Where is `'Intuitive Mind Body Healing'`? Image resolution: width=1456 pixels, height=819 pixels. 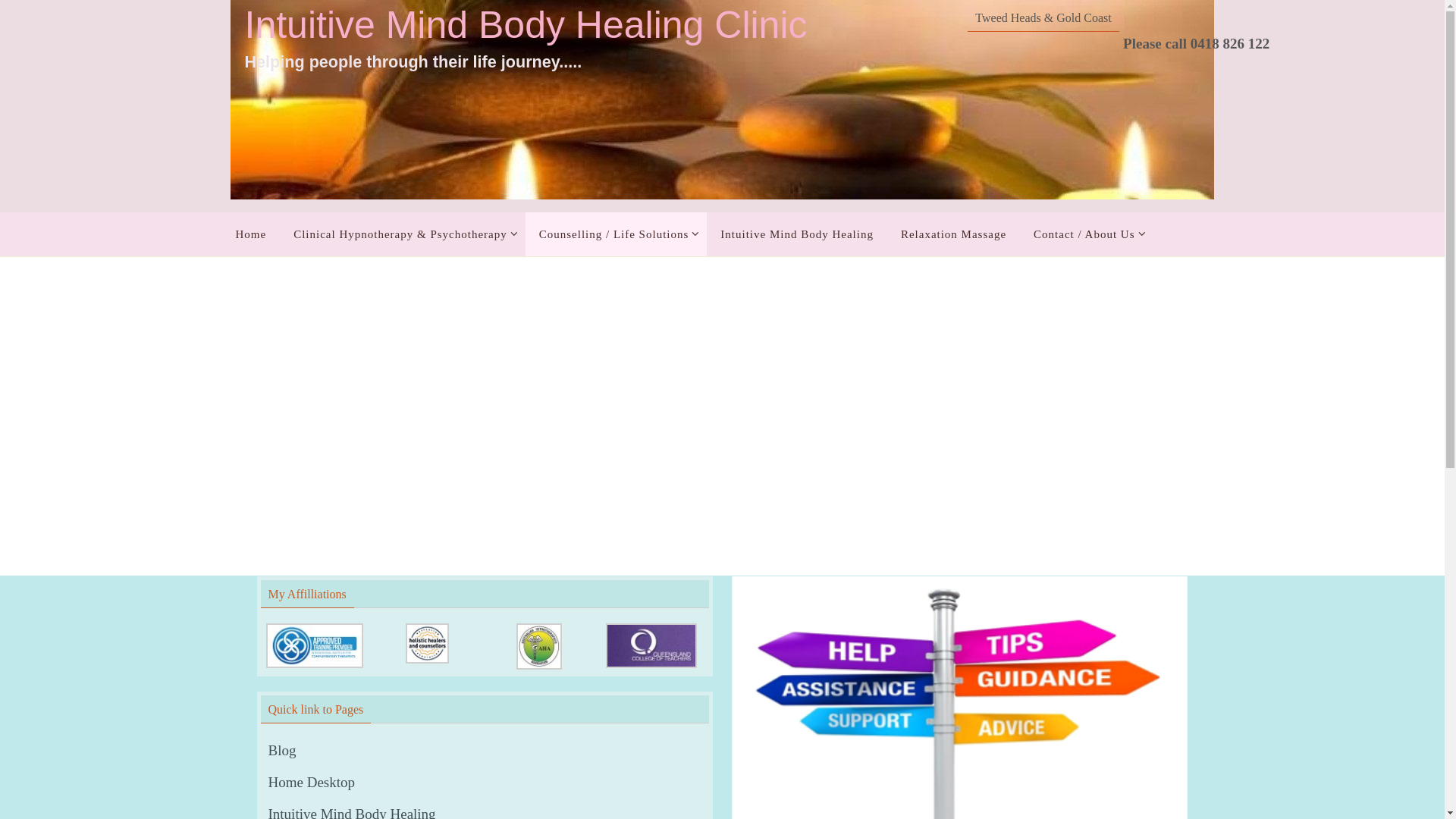 'Intuitive Mind Body Healing' is located at coordinates (796, 234).